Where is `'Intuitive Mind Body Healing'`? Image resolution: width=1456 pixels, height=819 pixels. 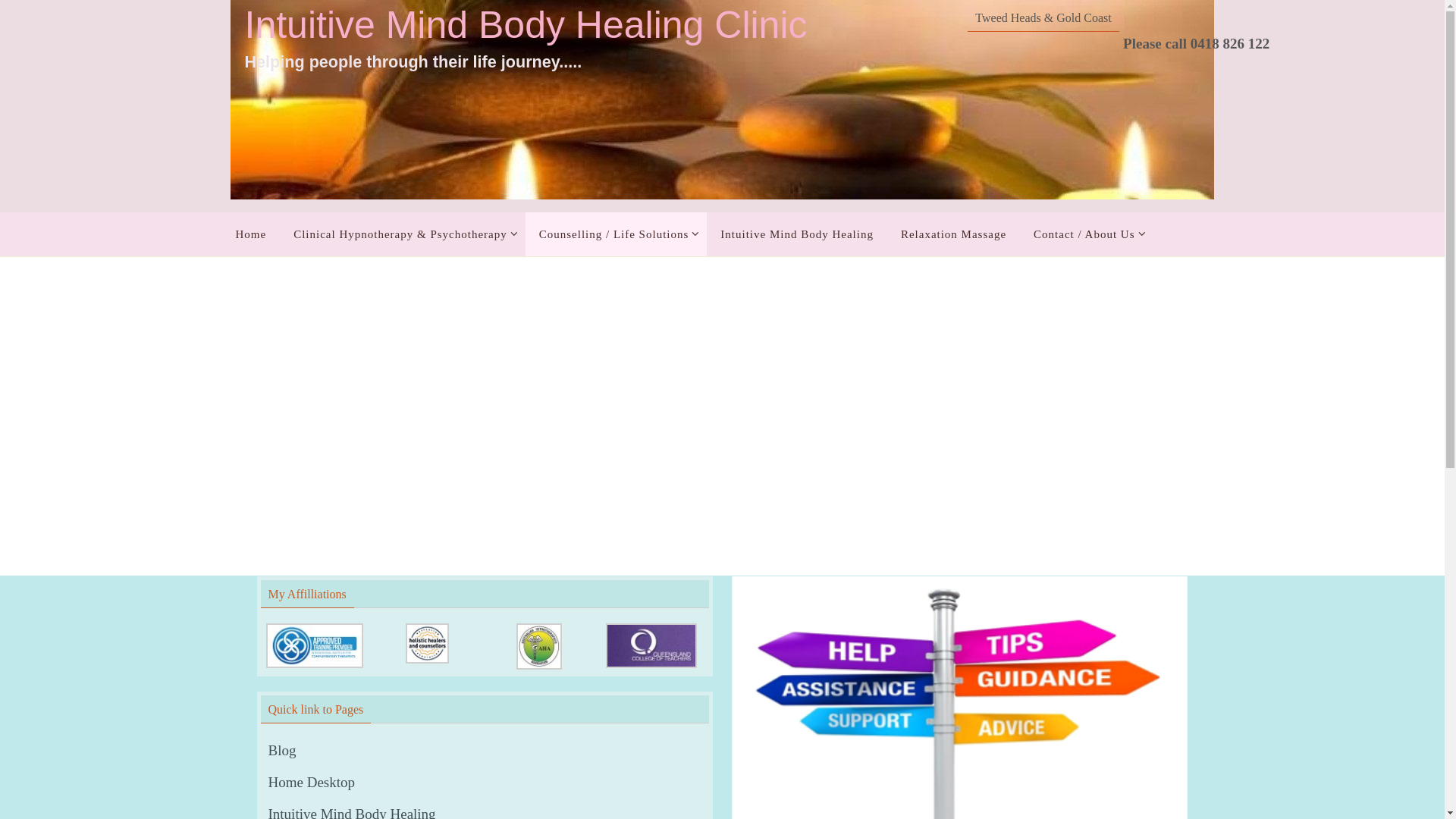 'Intuitive Mind Body Healing' is located at coordinates (796, 234).